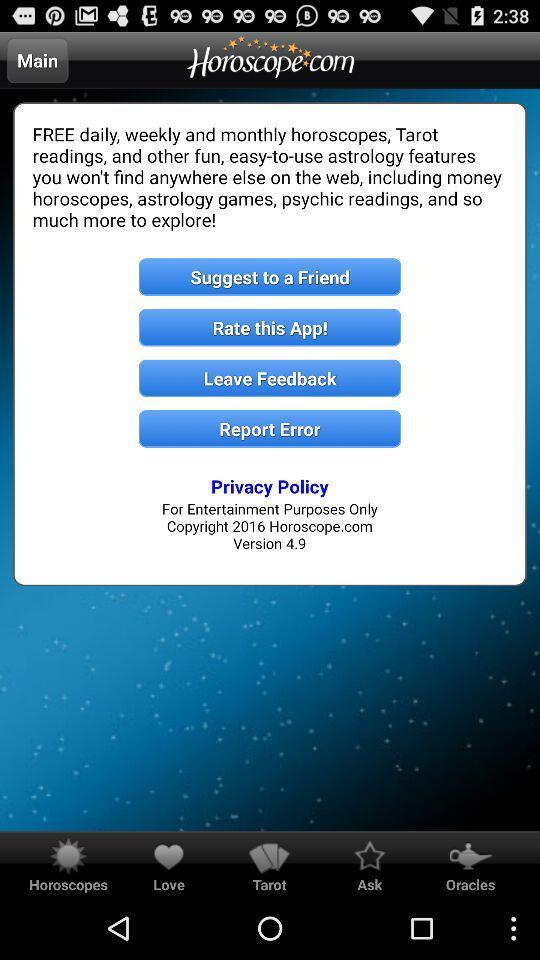  What do you see at coordinates (270, 276) in the screenshot?
I see `suggest to a` at bounding box center [270, 276].